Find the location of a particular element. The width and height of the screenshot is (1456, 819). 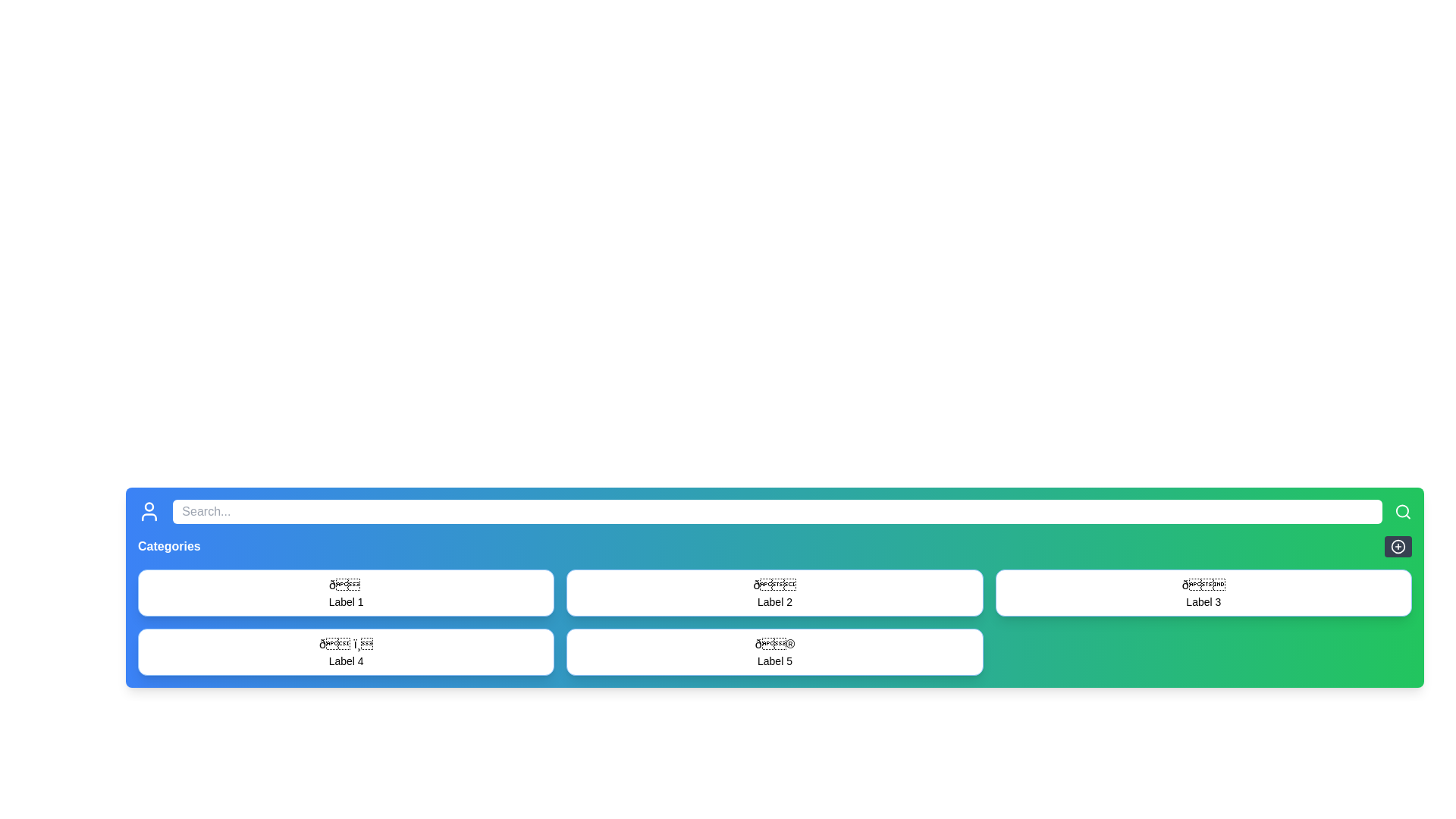

the button located in the top-right corner of the 'Categories' section is located at coordinates (1397, 547).